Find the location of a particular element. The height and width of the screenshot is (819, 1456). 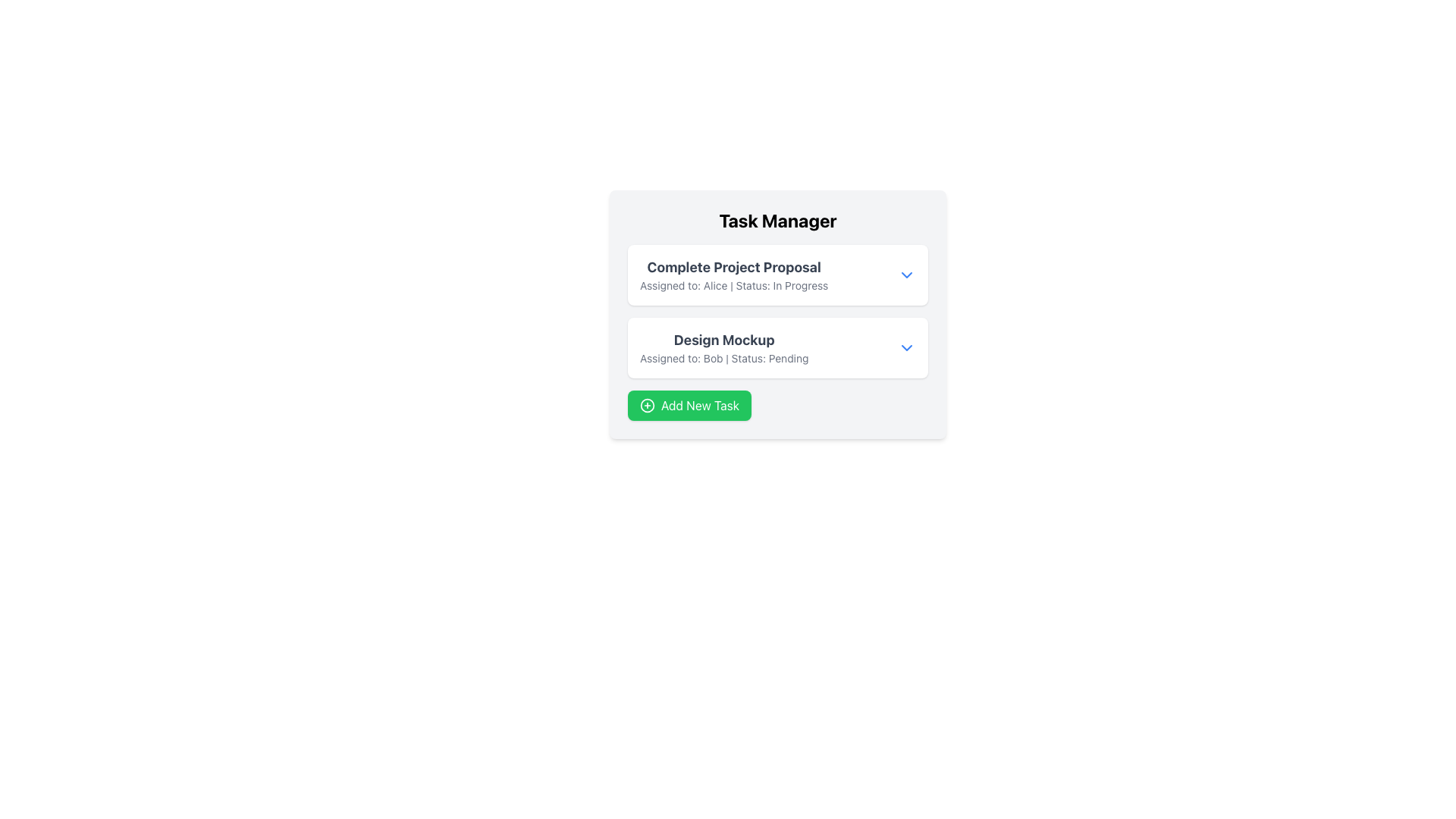

the task card component in the Task Manager that provides information about the task title, assignee, and status, located under the 'Complete Project Proposal' card is located at coordinates (778, 348).